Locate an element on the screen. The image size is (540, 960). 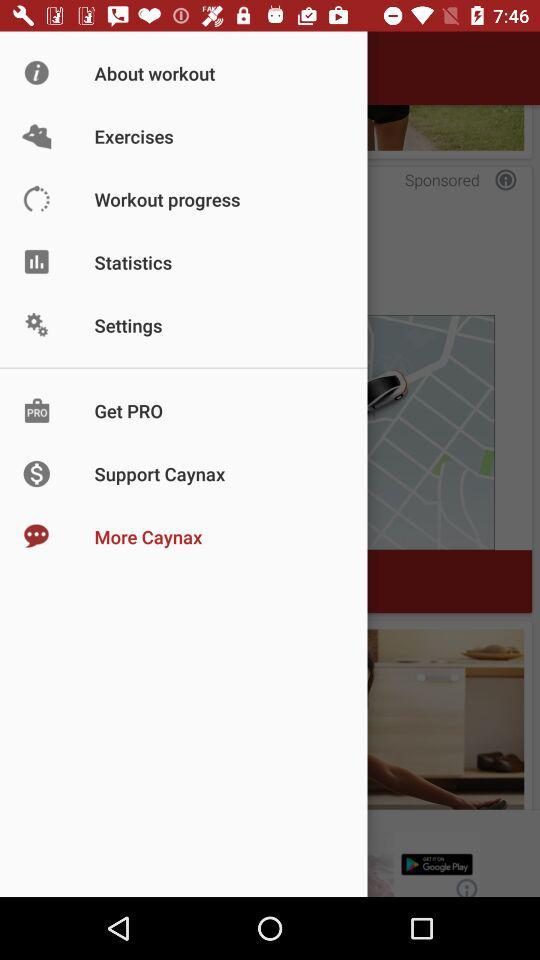
the button which is above the workout progress is located at coordinates (270, 126).